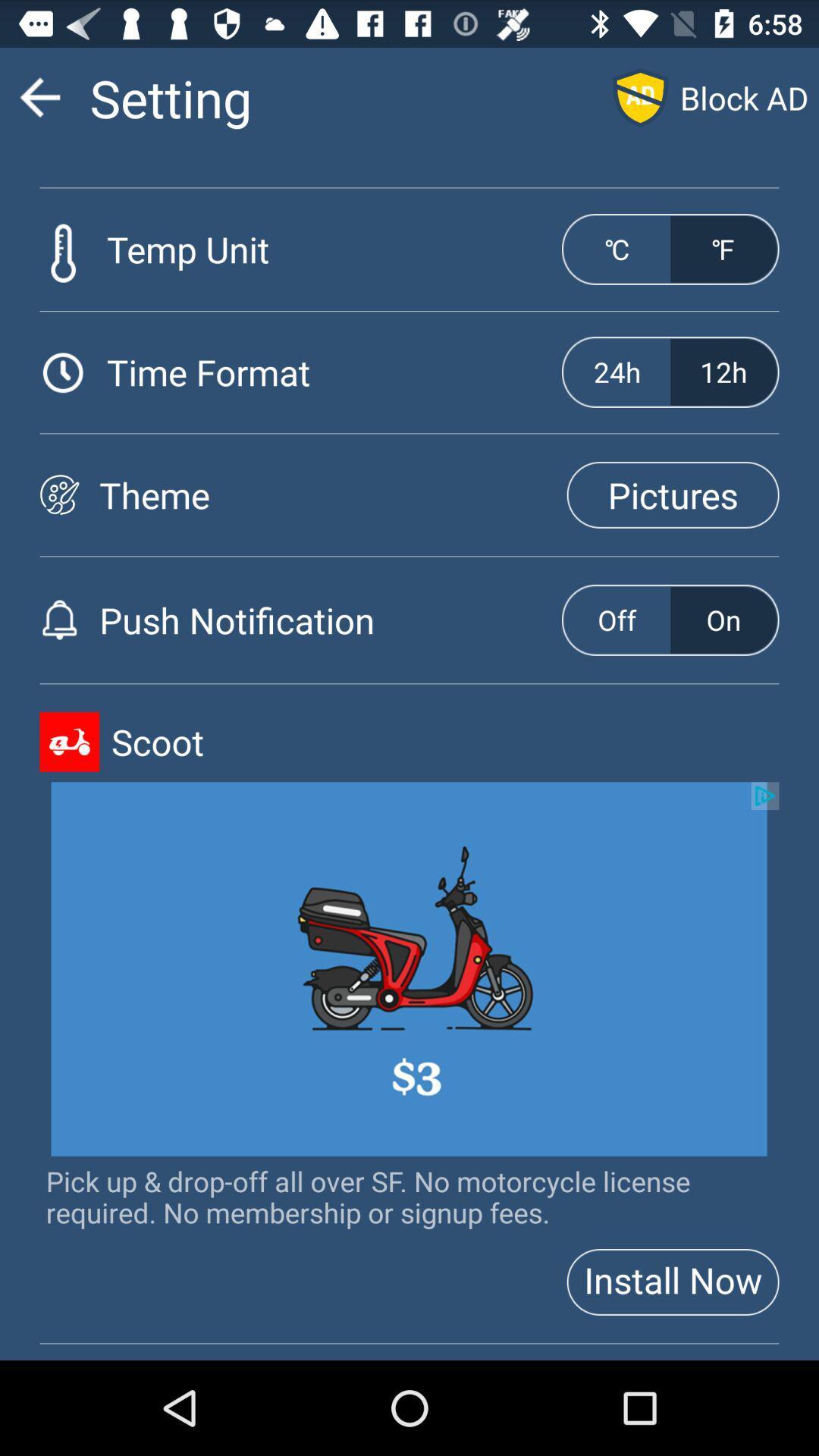 The image size is (819, 1456). I want to click on the arrow_backward icon, so click(39, 103).